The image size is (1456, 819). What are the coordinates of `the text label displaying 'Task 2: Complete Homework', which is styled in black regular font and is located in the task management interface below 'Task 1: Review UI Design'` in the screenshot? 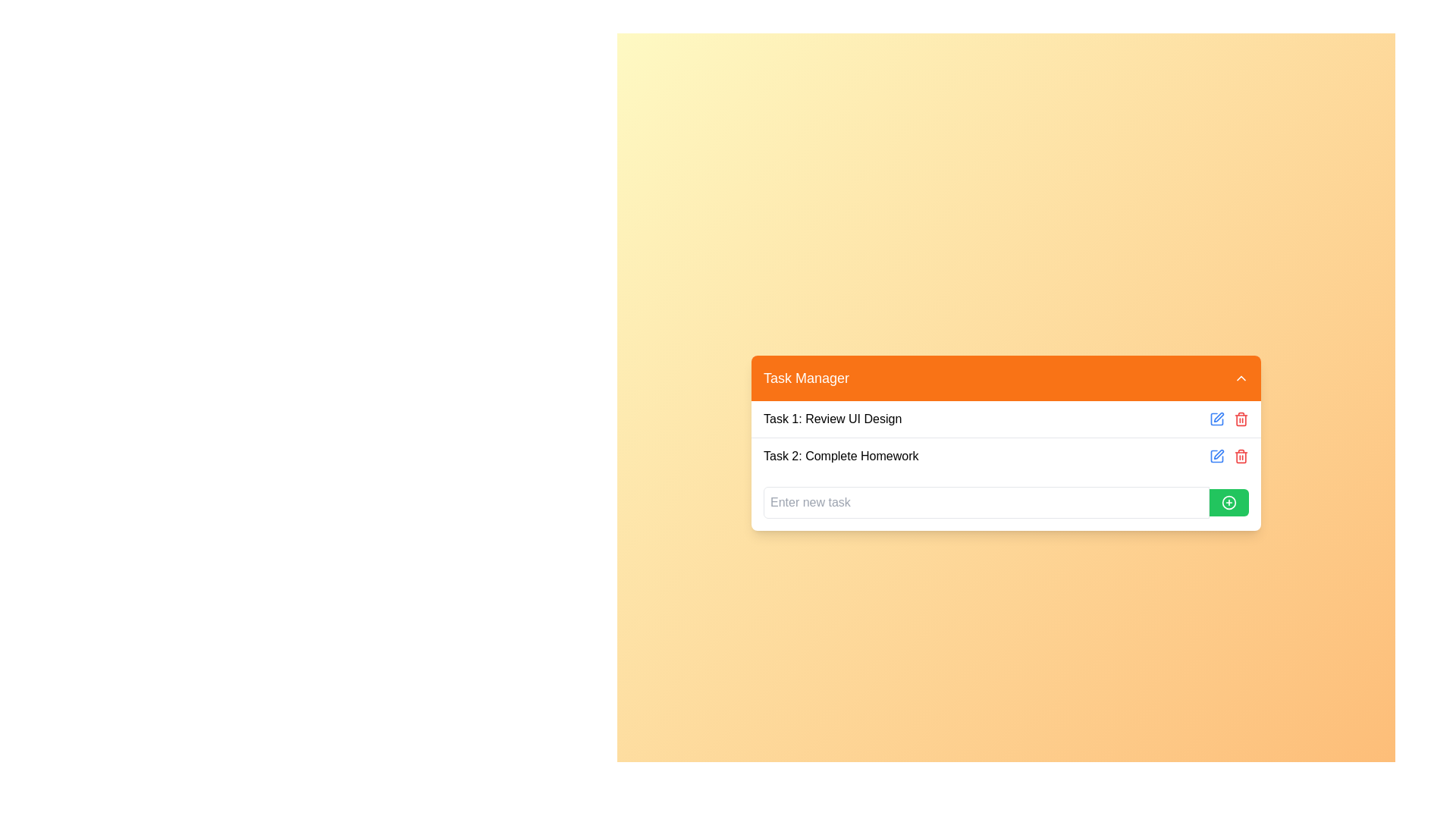 It's located at (840, 455).